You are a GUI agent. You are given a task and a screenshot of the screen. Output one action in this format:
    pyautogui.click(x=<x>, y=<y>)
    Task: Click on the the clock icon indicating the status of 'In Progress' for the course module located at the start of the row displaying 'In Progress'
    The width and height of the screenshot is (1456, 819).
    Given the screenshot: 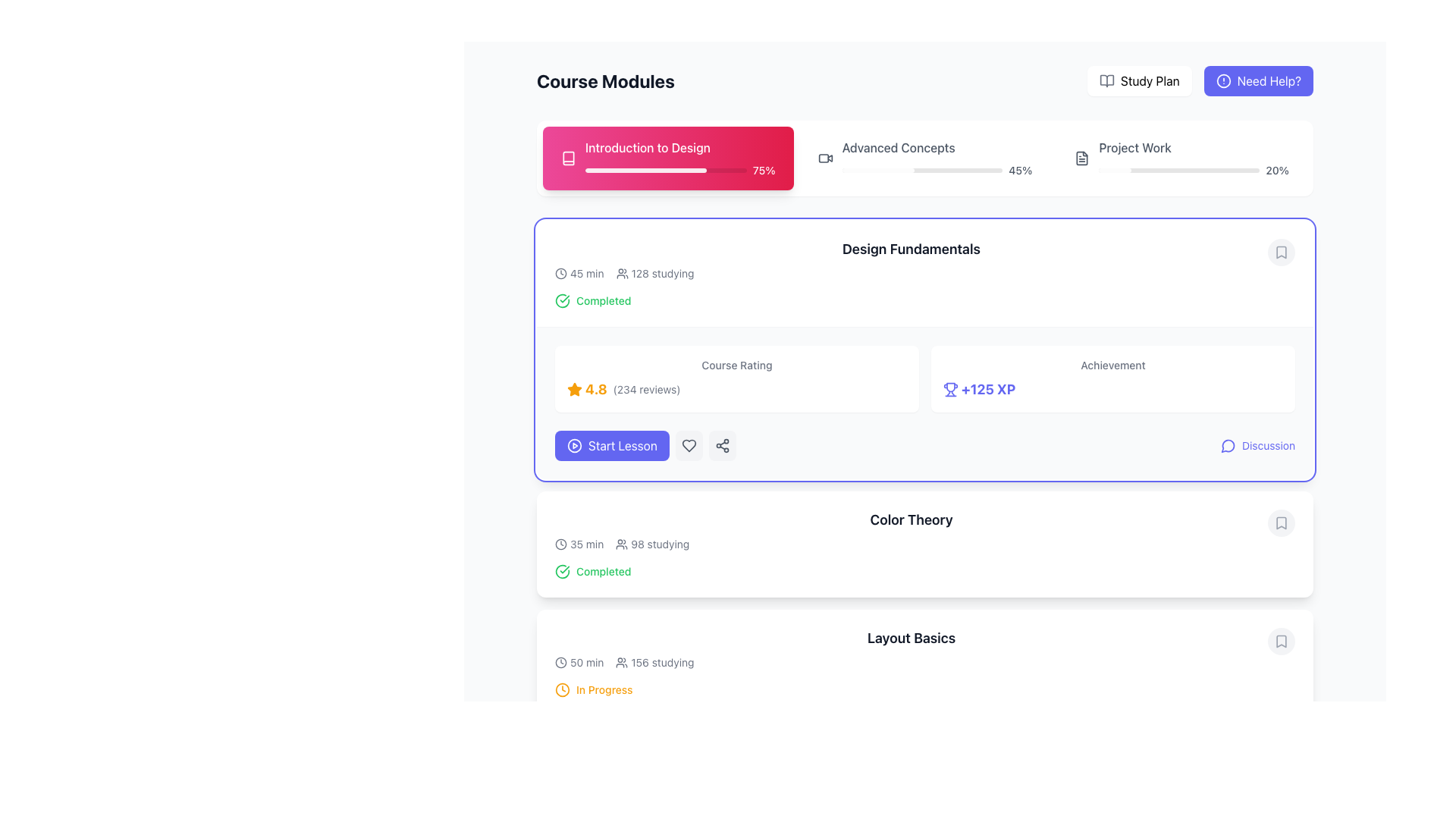 What is the action you would take?
    pyautogui.click(x=562, y=690)
    